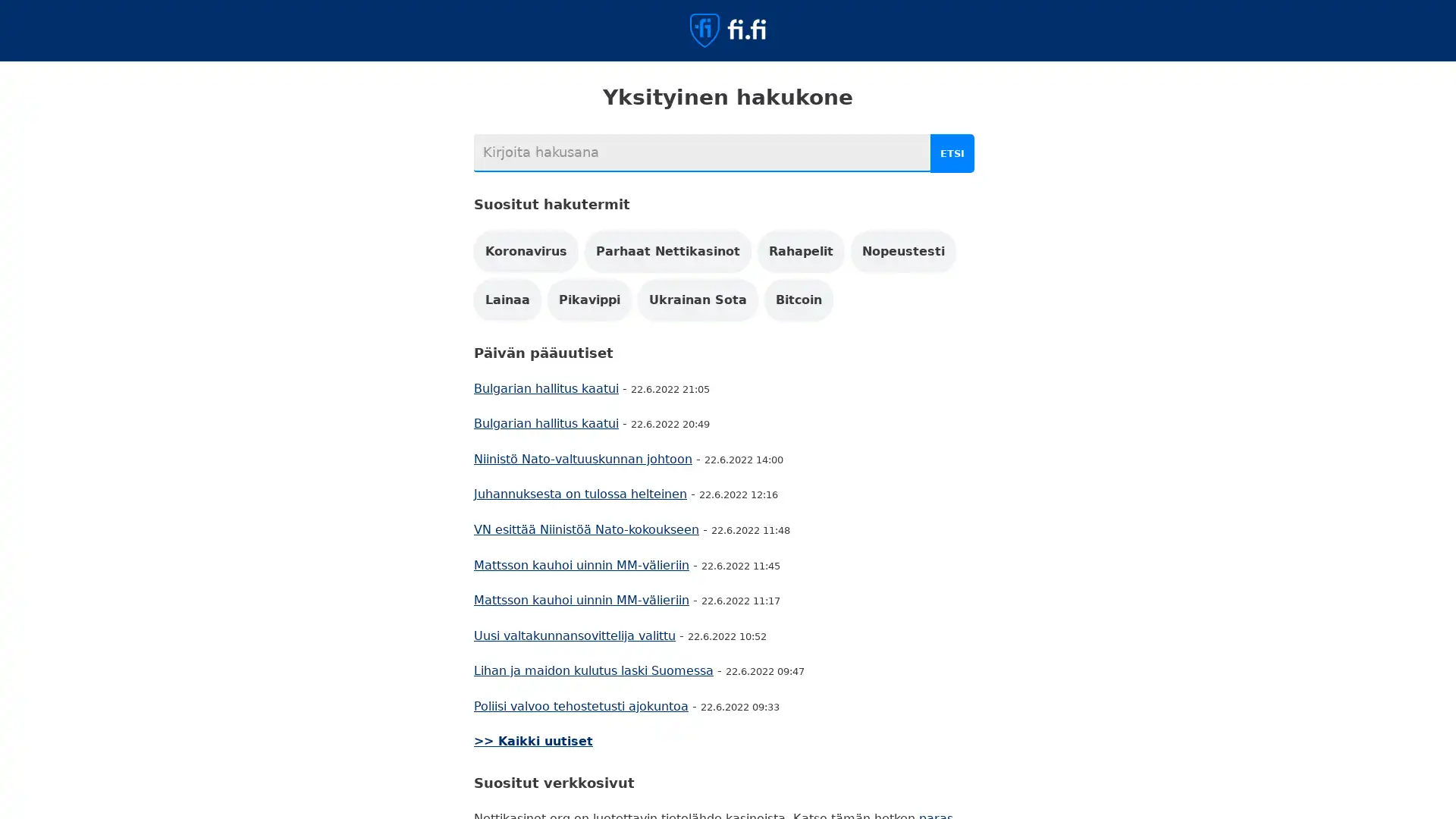 The height and width of the screenshot is (819, 1456). Describe the element at coordinates (953, 153) in the screenshot. I see `ETSI` at that location.